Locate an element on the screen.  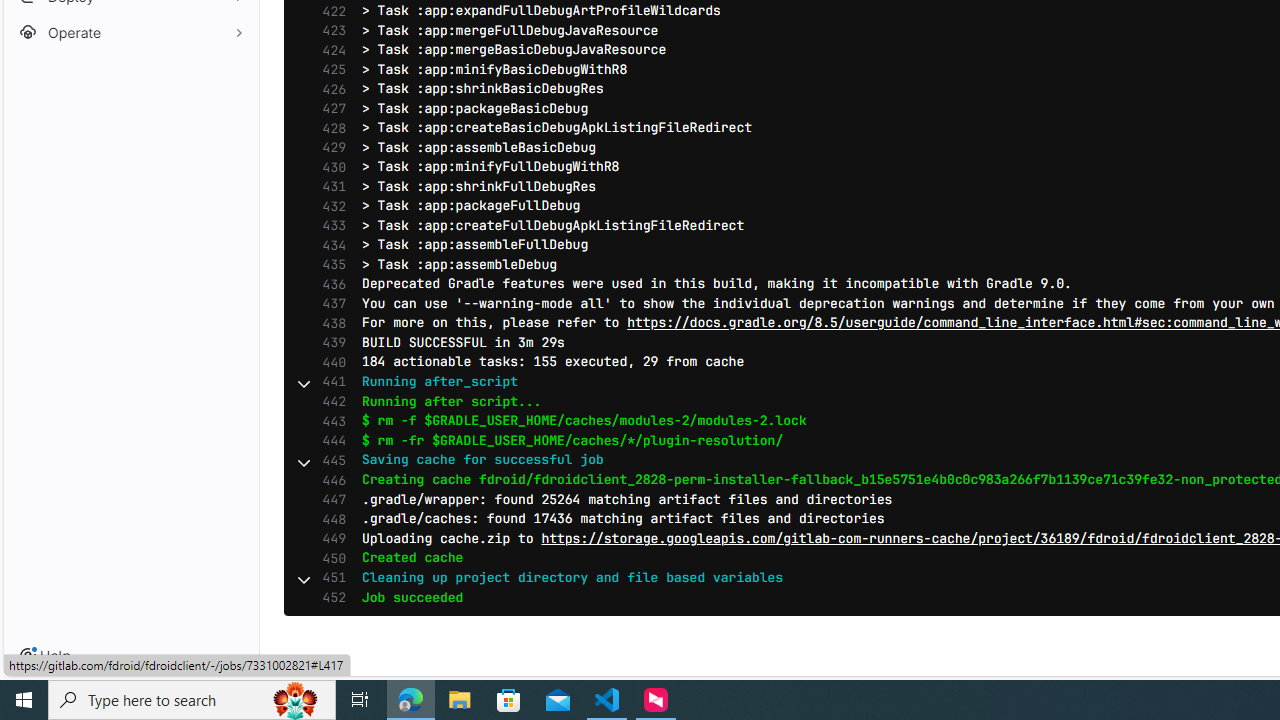
'436' is located at coordinates (329, 284).